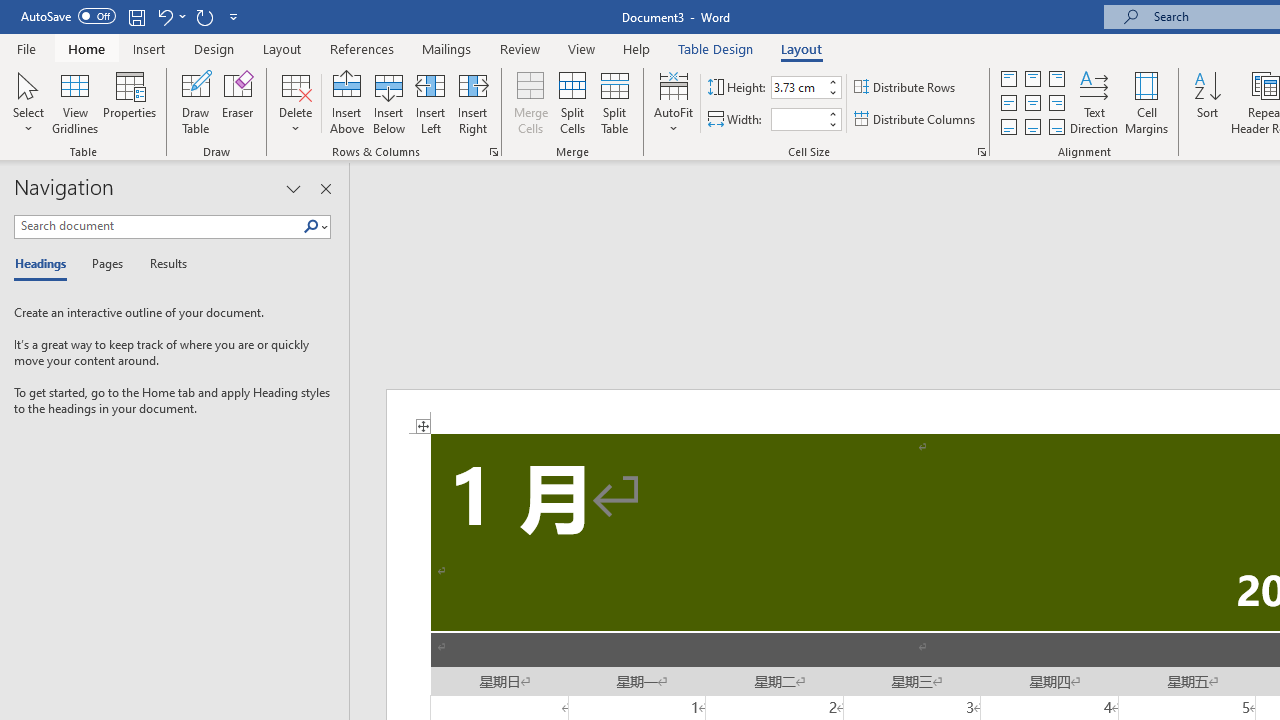 The width and height of the screenshot is (1280, 720). Describe the element at coordinates (530, 103) in the screenshot. I see `'Merge Cells'` at that location.